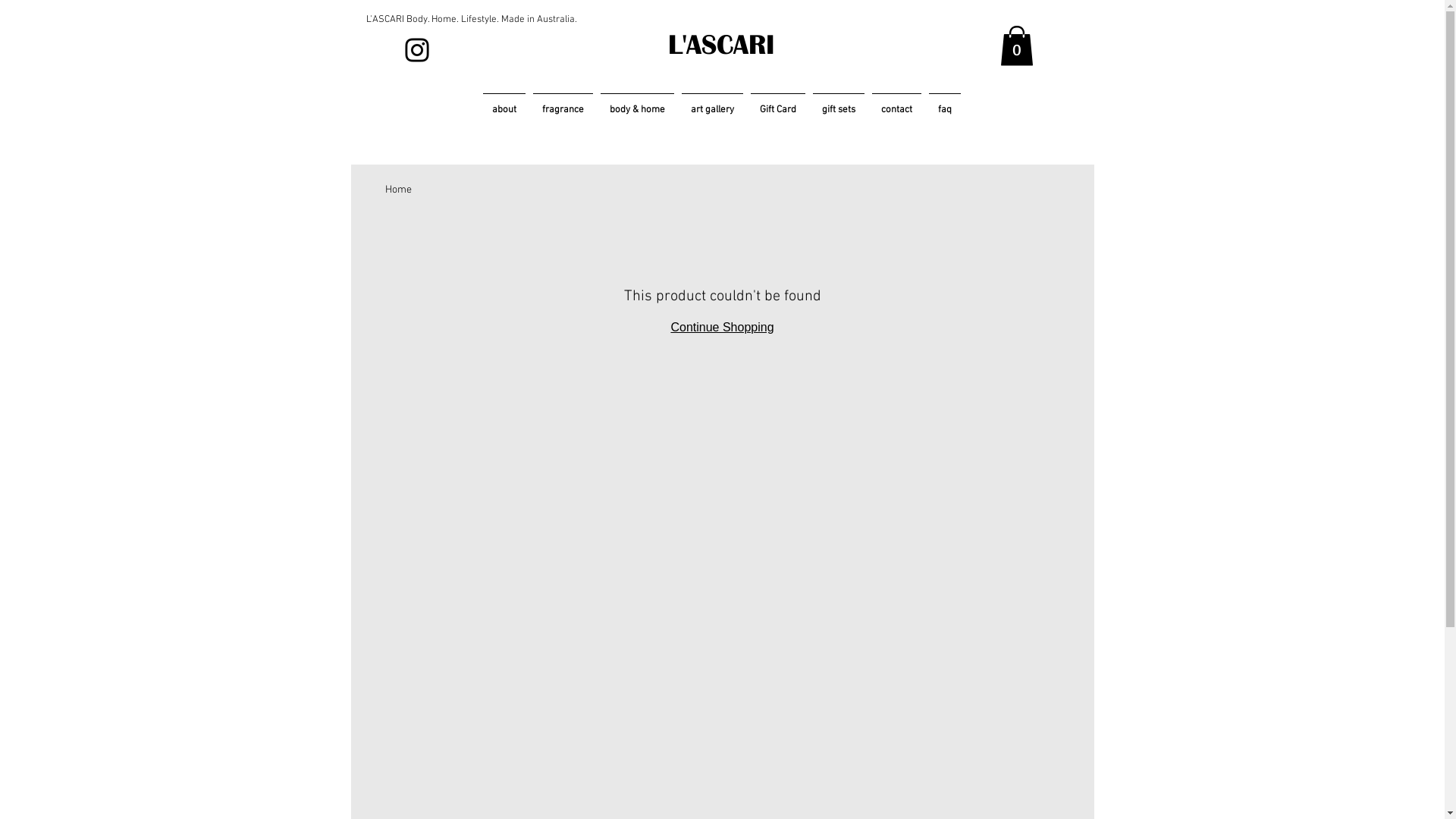 This screenshot has width=1456, height=819. I want to click on 'body & home', so click(595, 102).